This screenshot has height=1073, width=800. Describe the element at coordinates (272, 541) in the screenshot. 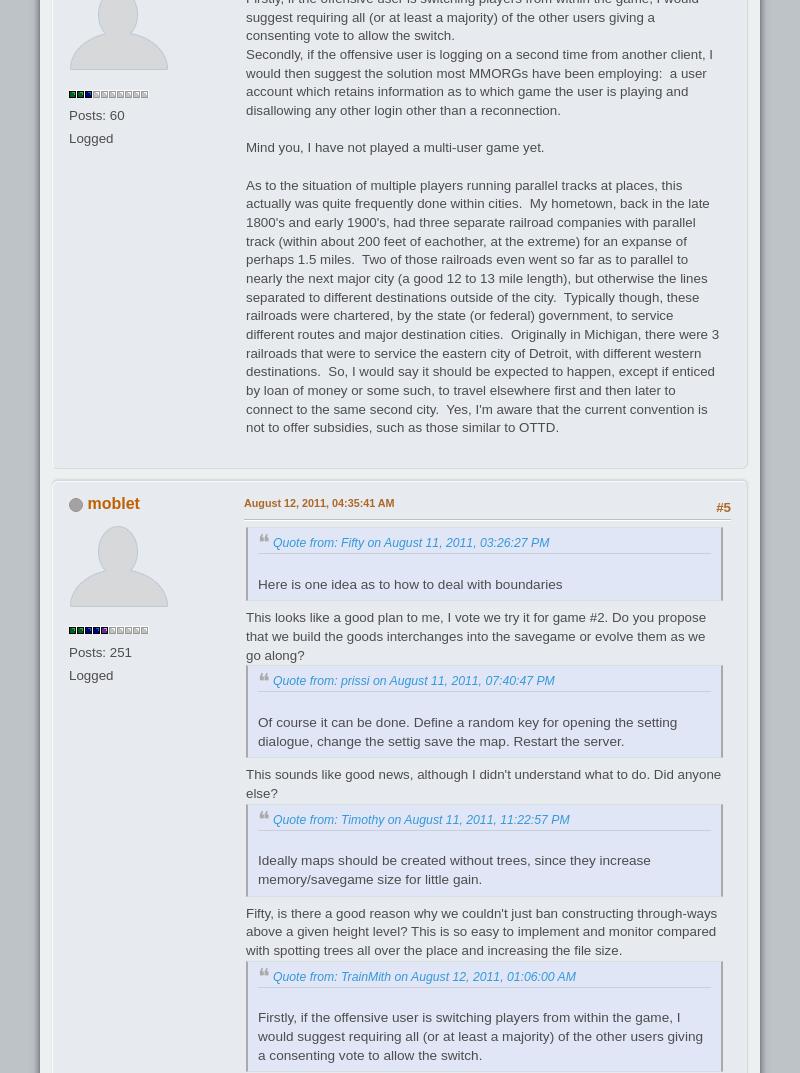

I see `'Quote from: Fifty on August 11, 2011, 03:26:27 PM'` at that location.